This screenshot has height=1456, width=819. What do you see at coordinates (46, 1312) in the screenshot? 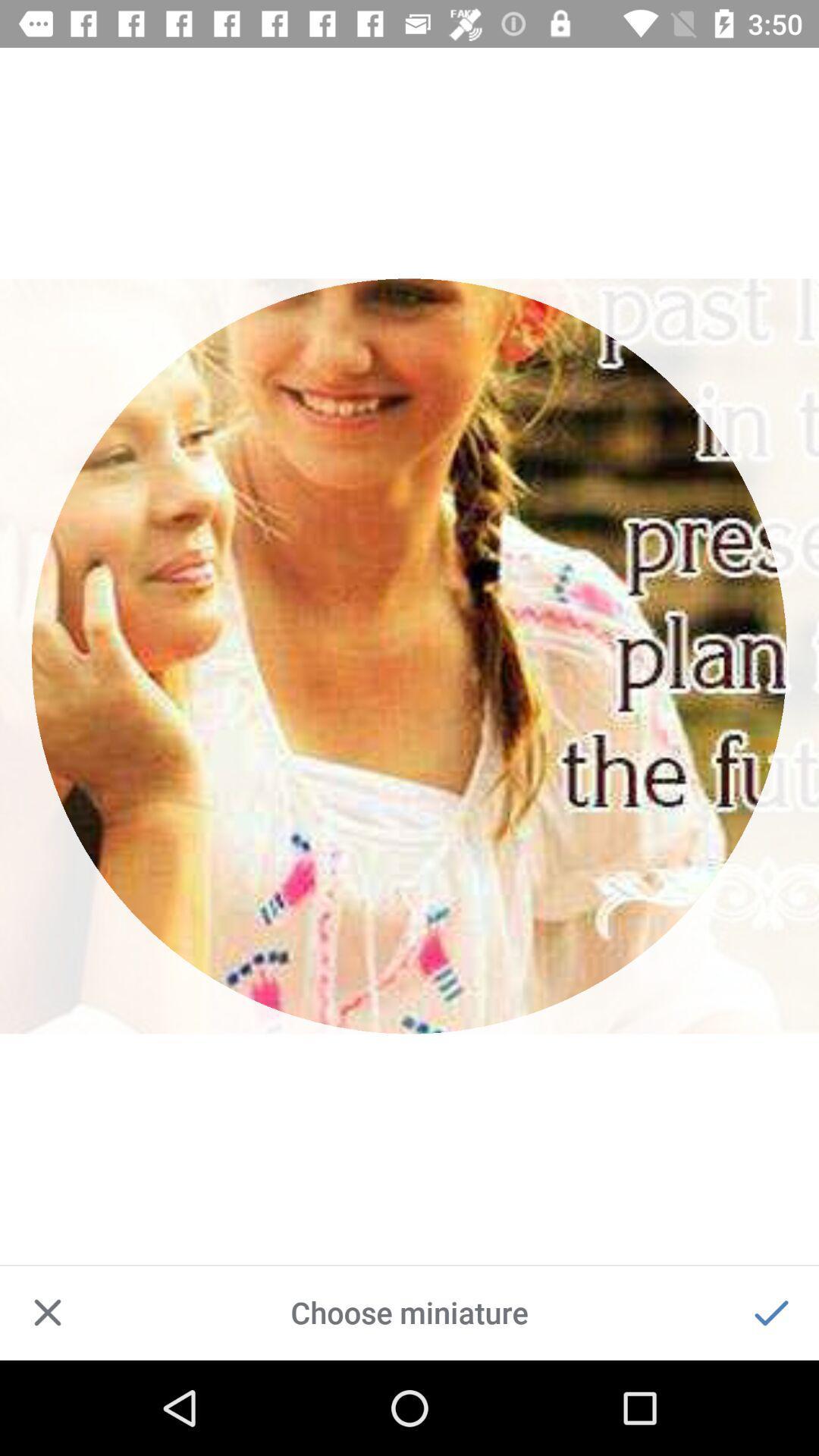
I see `item at the bottom left corner` at bounding box center [46, 1312].